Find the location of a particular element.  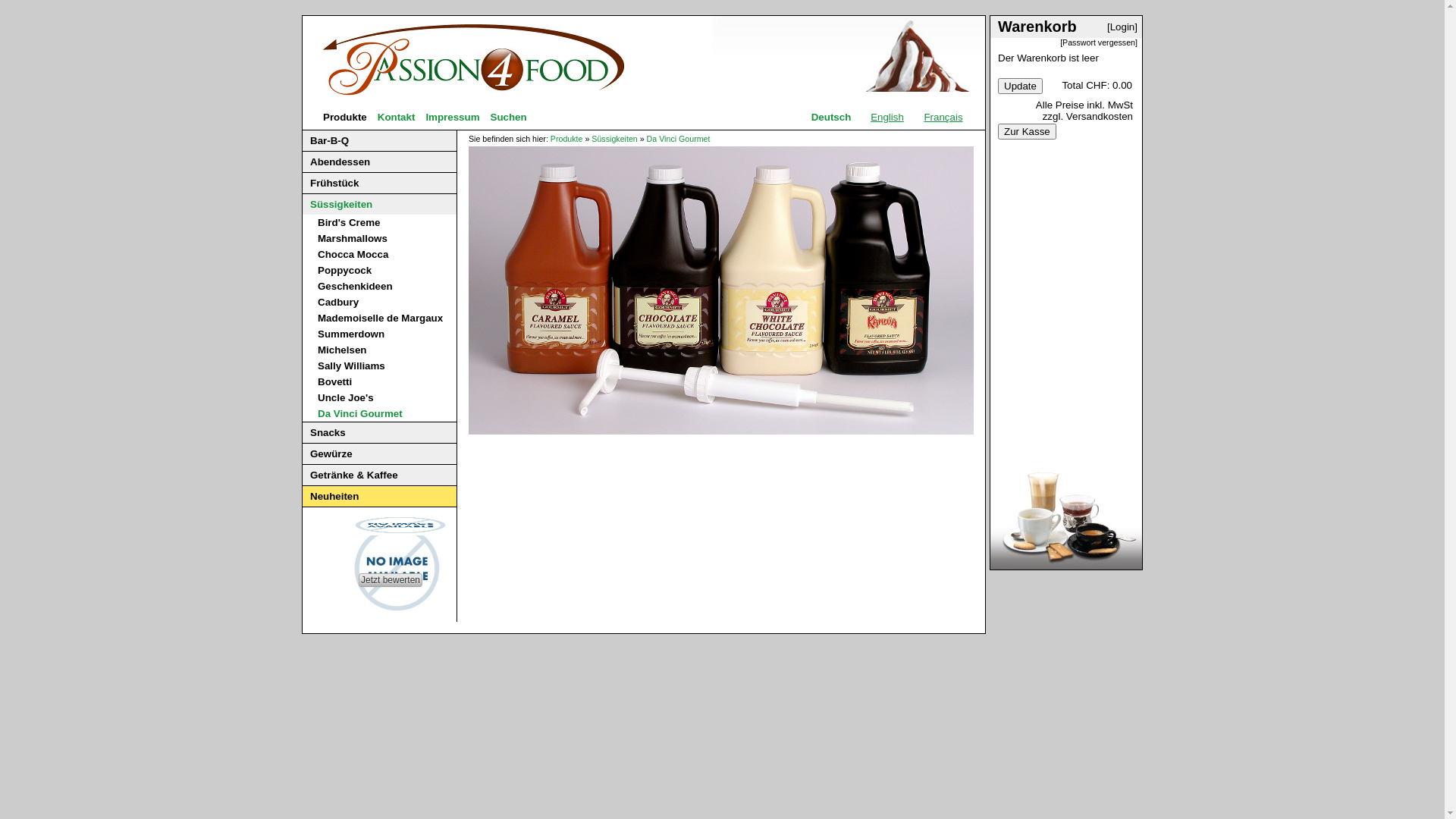

'Mademoiselle de Margaux' is located at coordinates (316, 317).